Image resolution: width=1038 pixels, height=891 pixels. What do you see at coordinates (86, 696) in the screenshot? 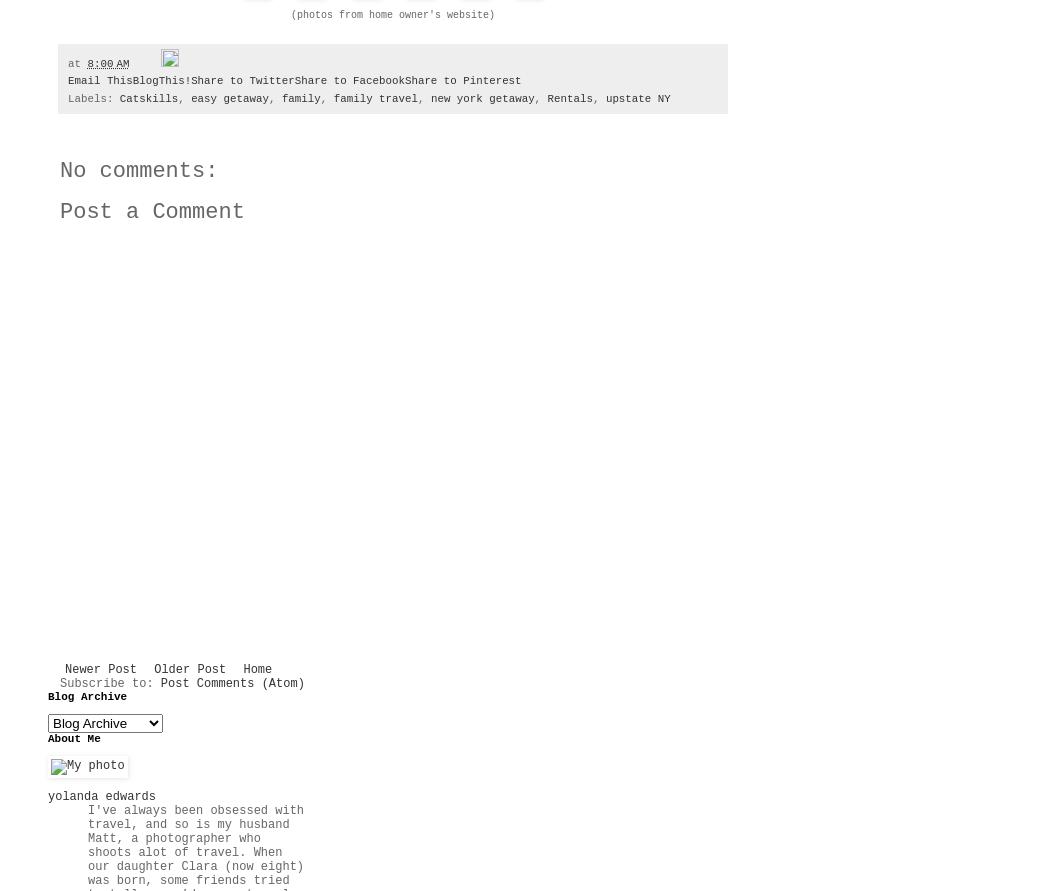
I see `'Blog Archive'` at bounding box center [86, 696].